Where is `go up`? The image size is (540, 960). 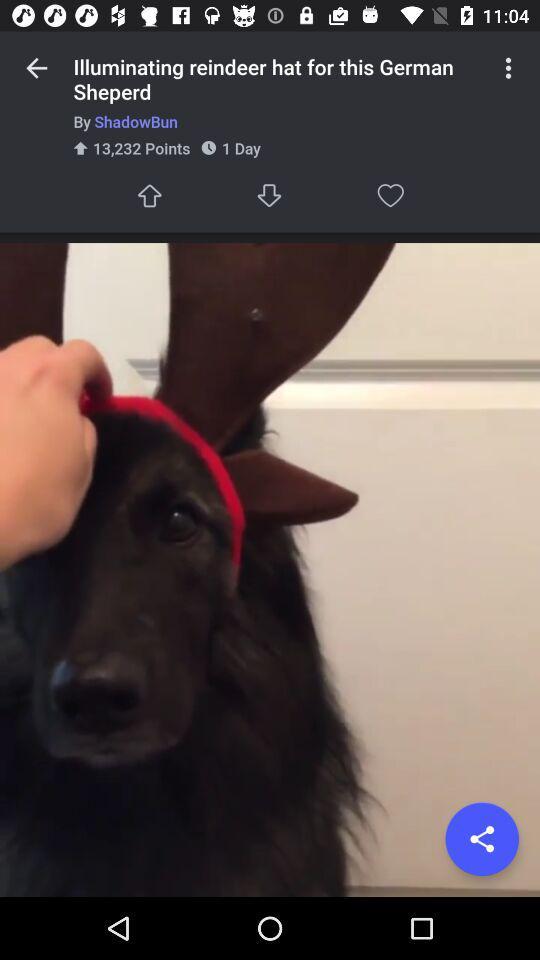 go up is located at coordinates (148, 195).